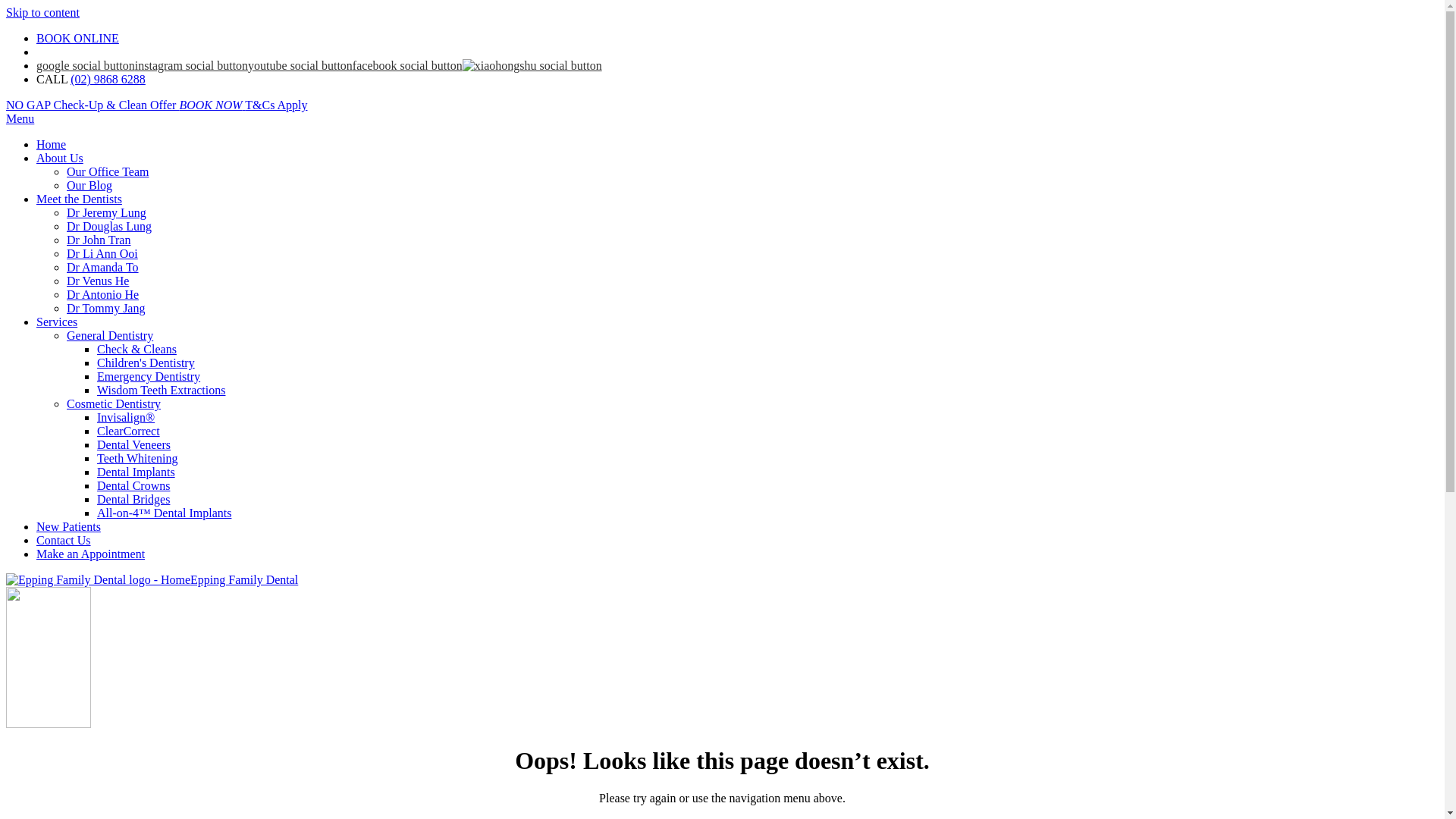  Describe the element at coordinates (67, 526) in the screenshot. I see `'New Patients'` at that location.